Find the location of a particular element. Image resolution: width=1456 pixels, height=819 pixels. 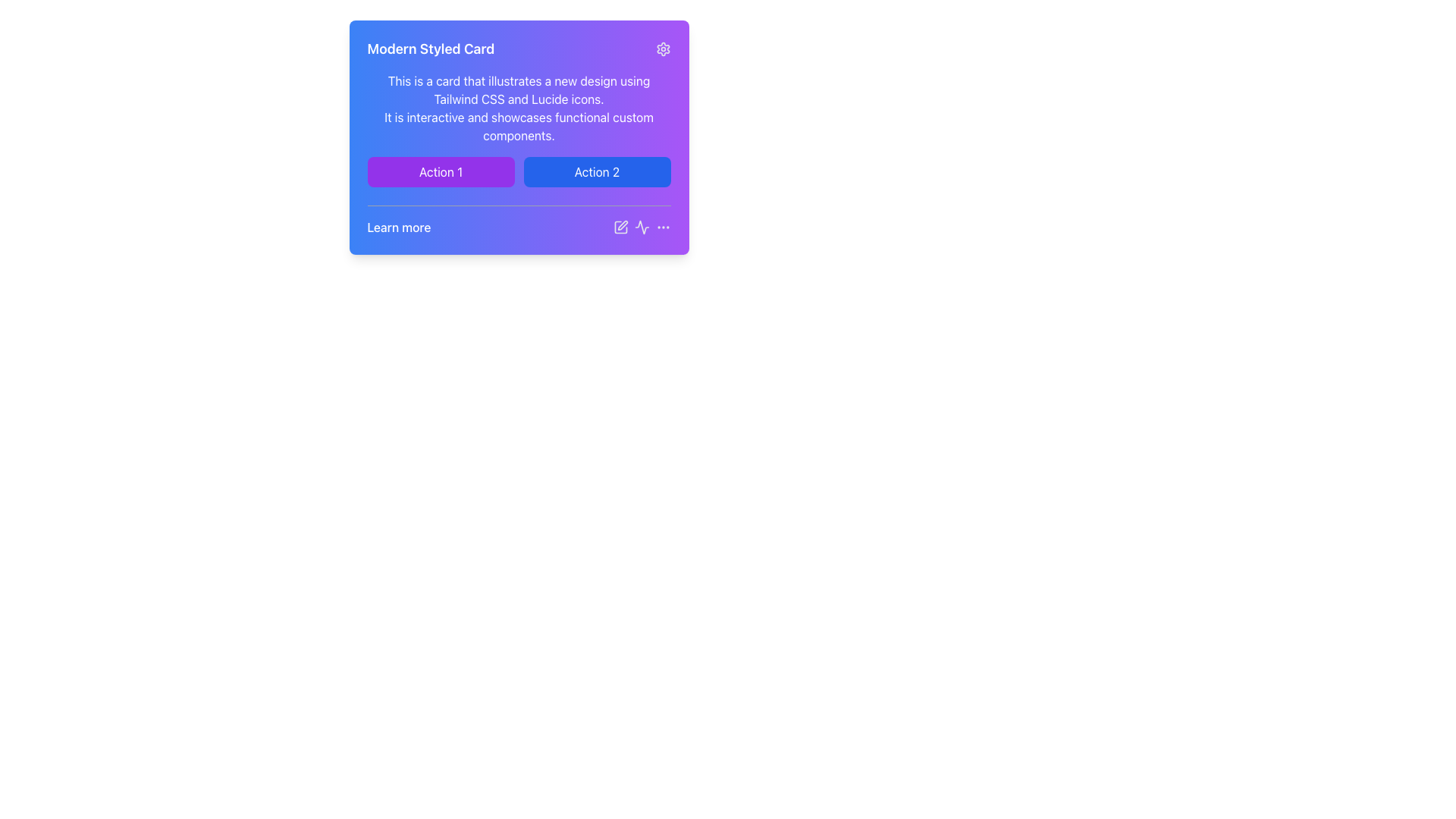

the settings icon located in the upper-right corner of the card, next to the 'Modern Styled Card' text is located at coordinates (663, 49).